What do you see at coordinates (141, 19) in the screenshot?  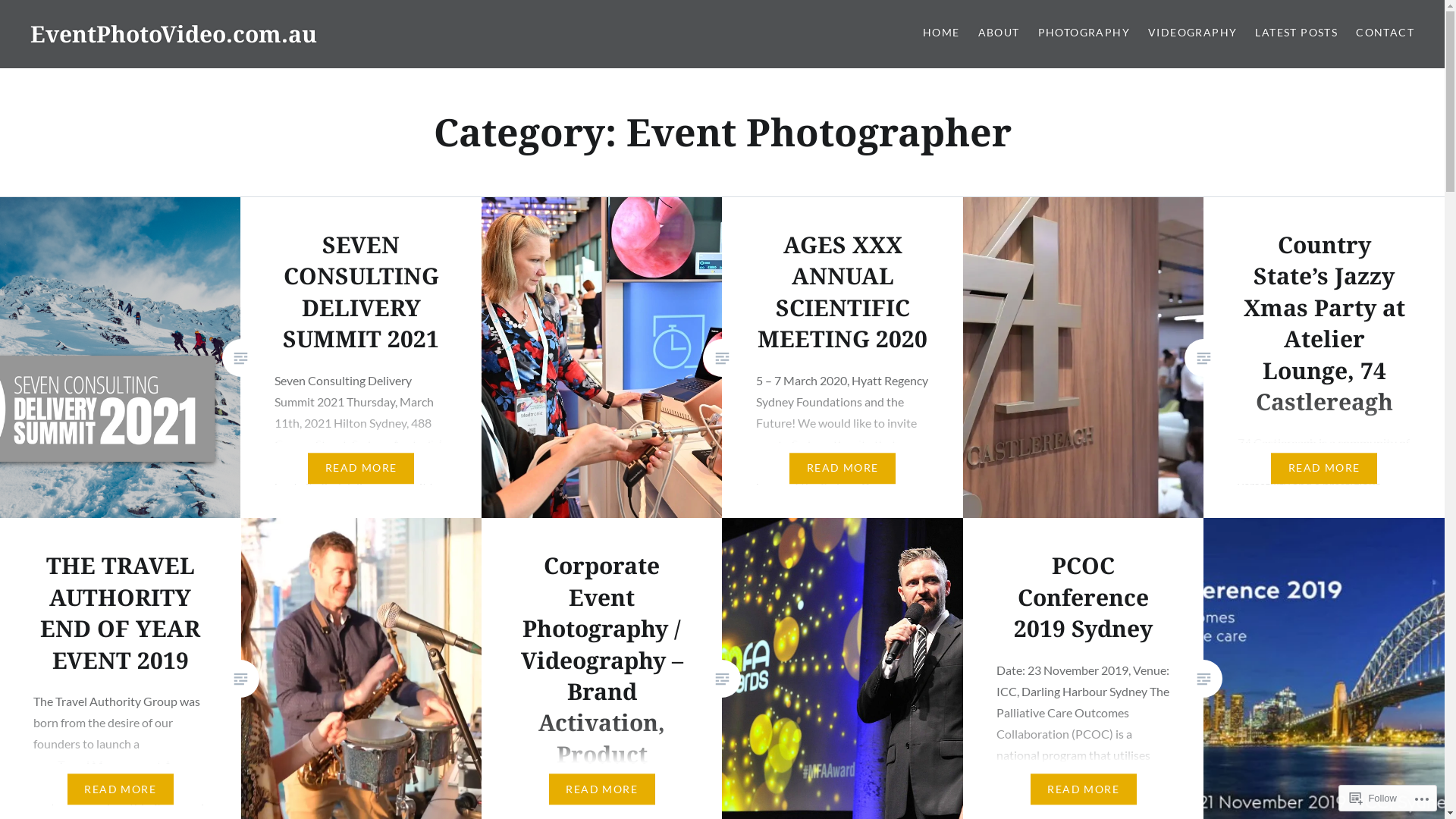 I see `'Search'` at bounding box center [141, 19].